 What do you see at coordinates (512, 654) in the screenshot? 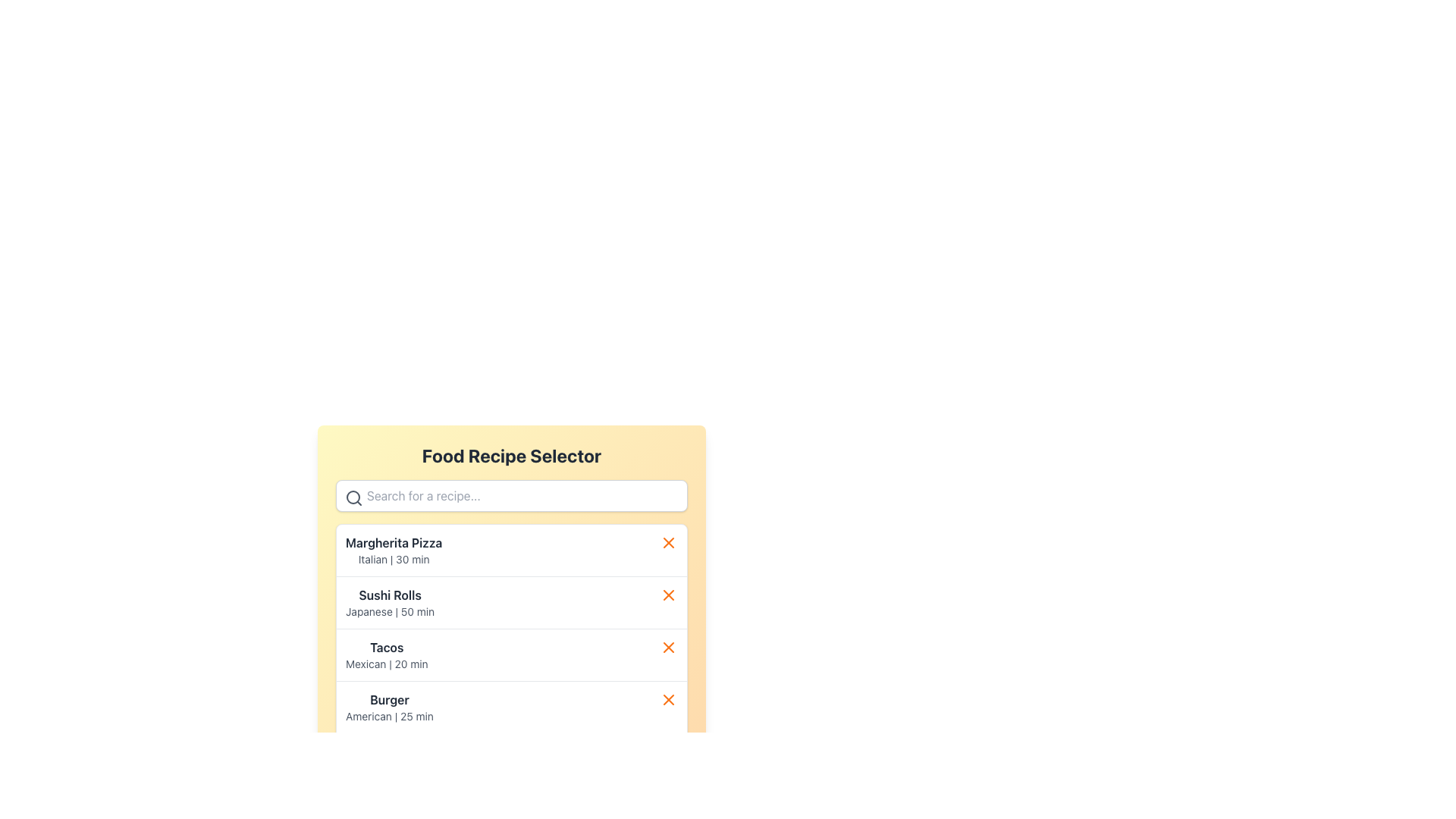
I see `the third list item displaying 'Tacos'` at bounding box center [512, 654].